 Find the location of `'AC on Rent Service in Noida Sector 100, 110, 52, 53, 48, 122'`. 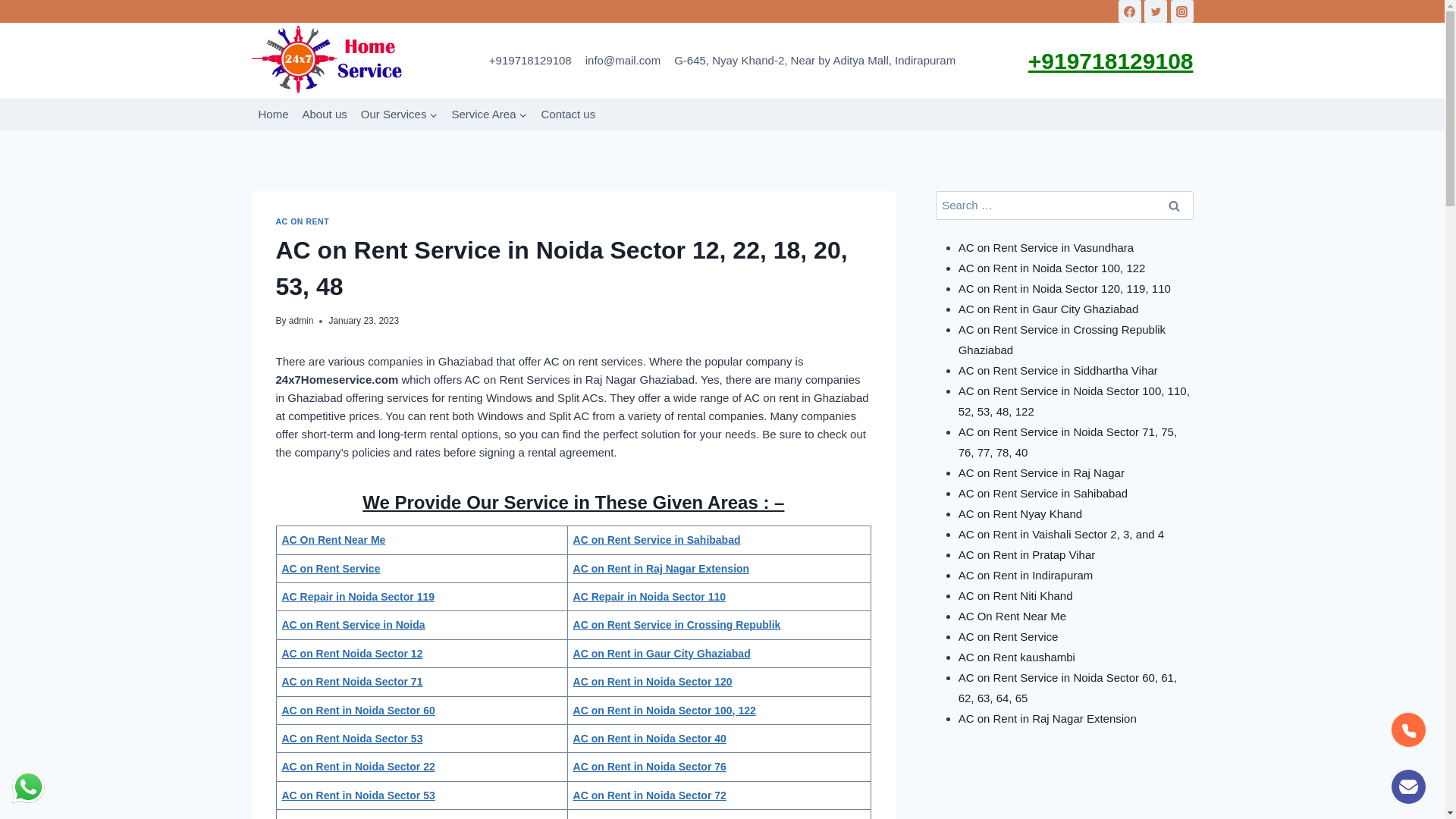

'AC on Rent Service in Noida Sector 100, 110, 52, 53, 48, 122' is located at coordinates (1073, 400).